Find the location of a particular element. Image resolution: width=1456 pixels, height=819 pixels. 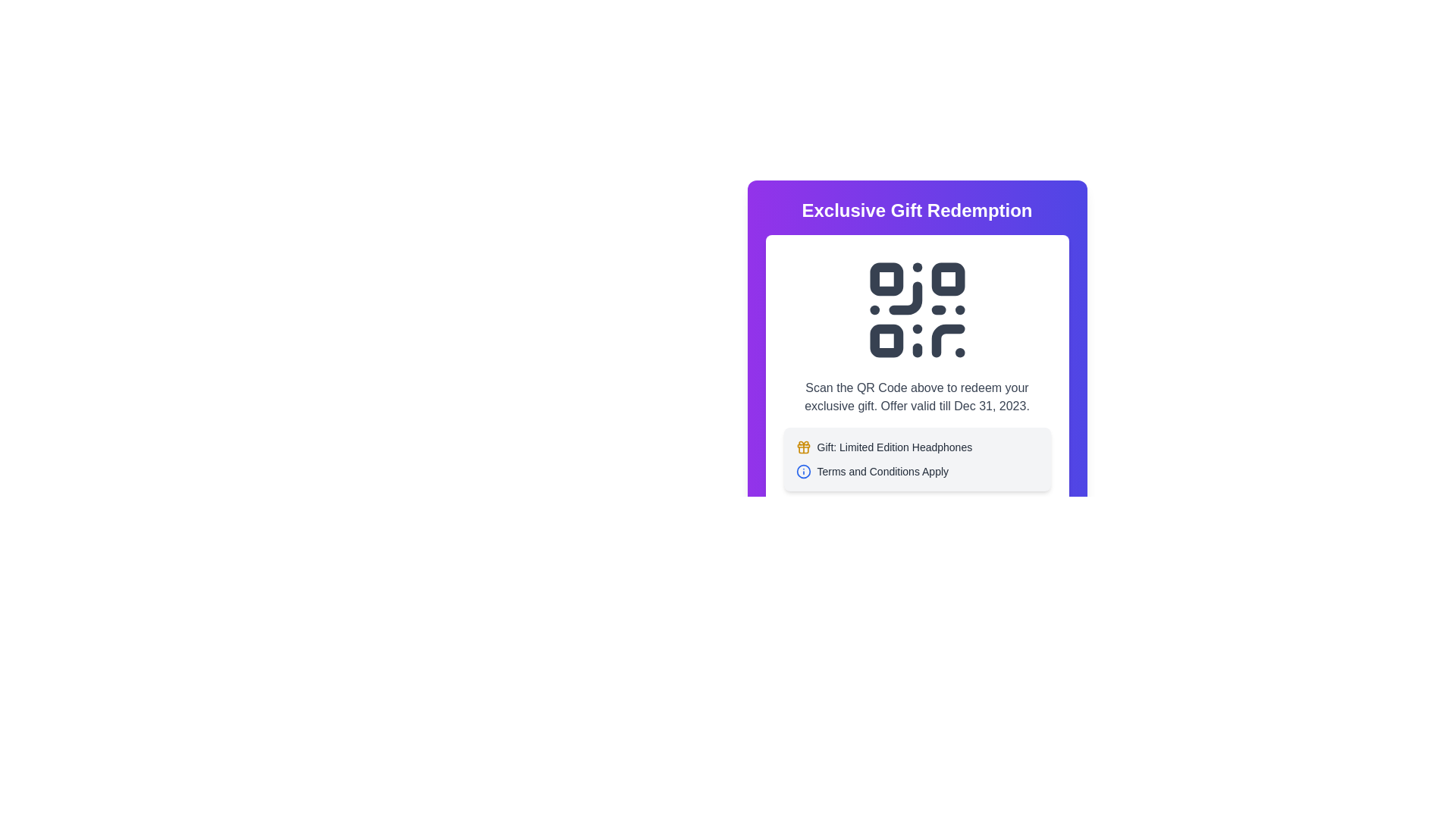

the SVG Circle Element located near the top-right of its enclosing context through accessibility navigation is located at coordinates (802, 470).